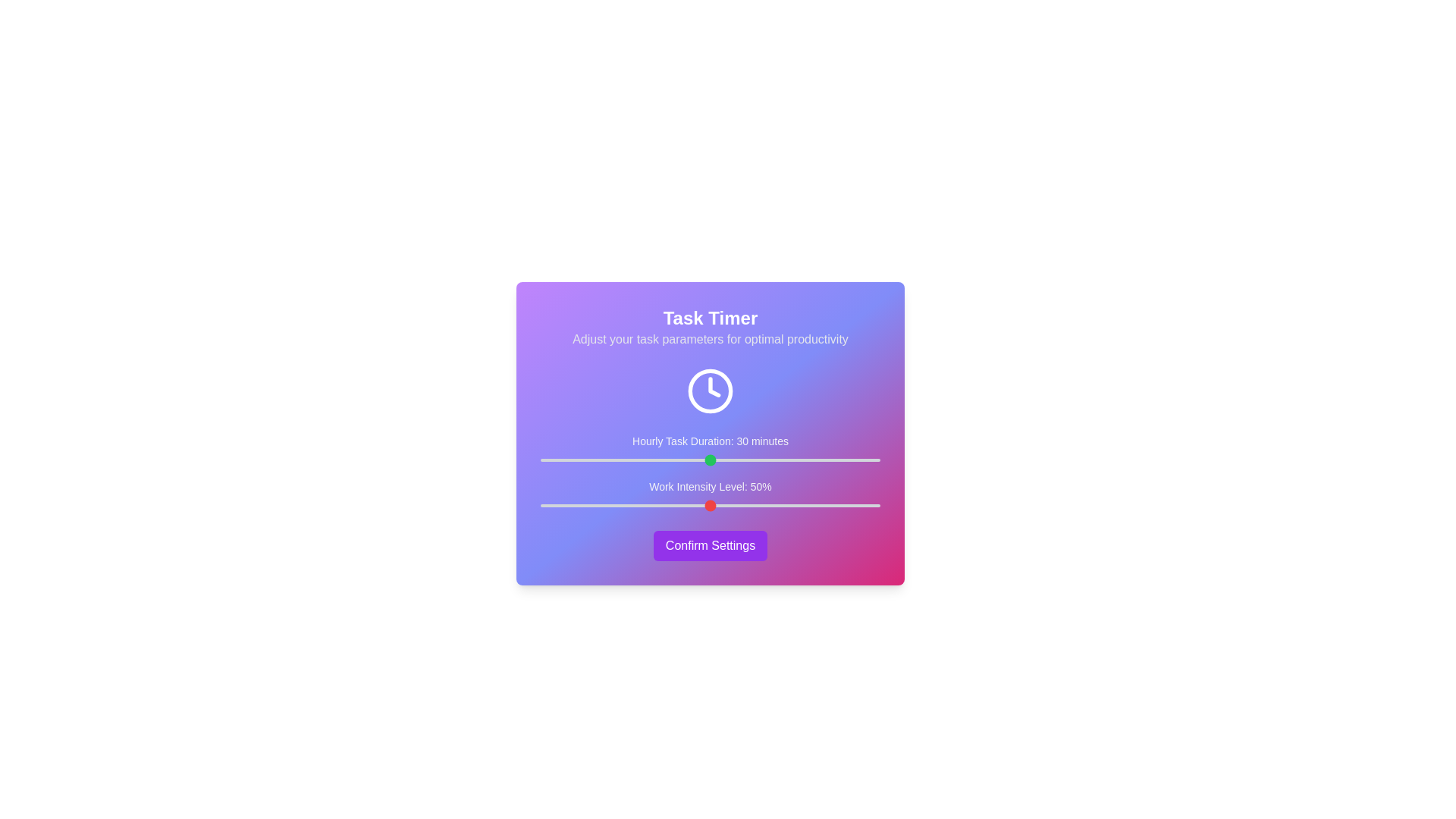  What do you see at coordinates (568, 459) in the screenshot?
I see `the 'Hourly Task Duration' slider to 5 minutes` at bounding box center [568, 459].